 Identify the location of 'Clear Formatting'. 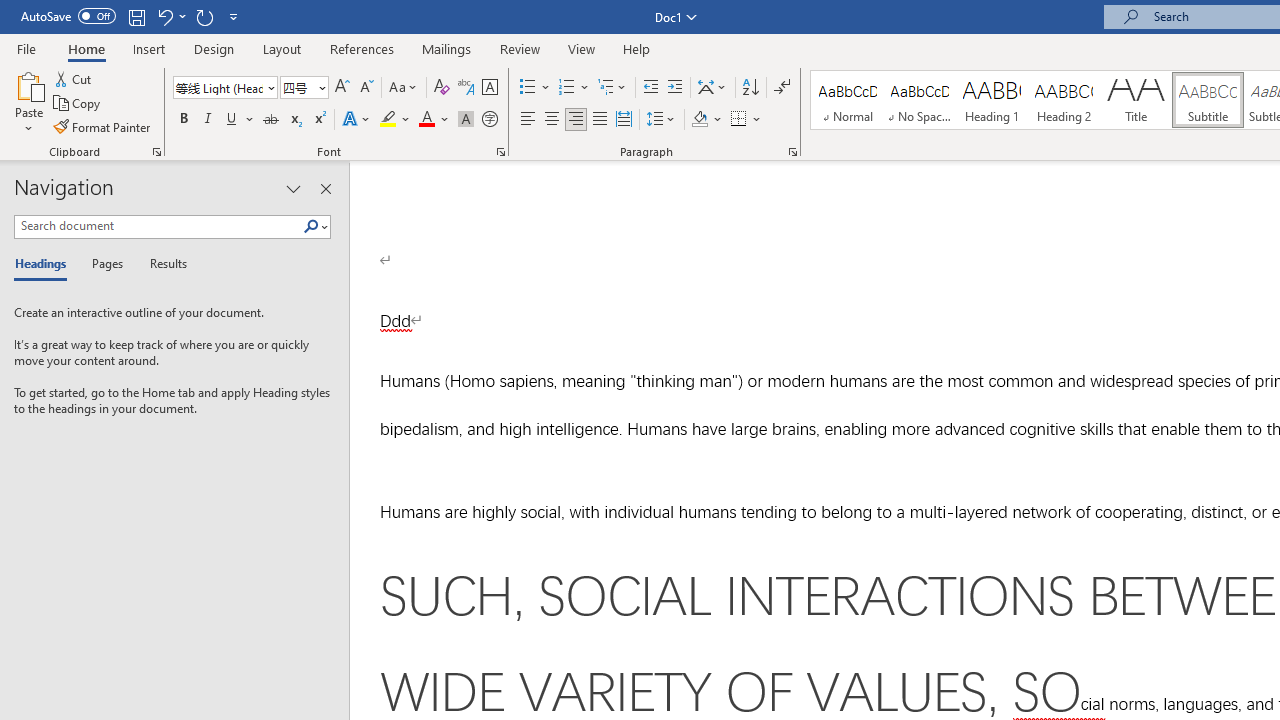
(441, 86).